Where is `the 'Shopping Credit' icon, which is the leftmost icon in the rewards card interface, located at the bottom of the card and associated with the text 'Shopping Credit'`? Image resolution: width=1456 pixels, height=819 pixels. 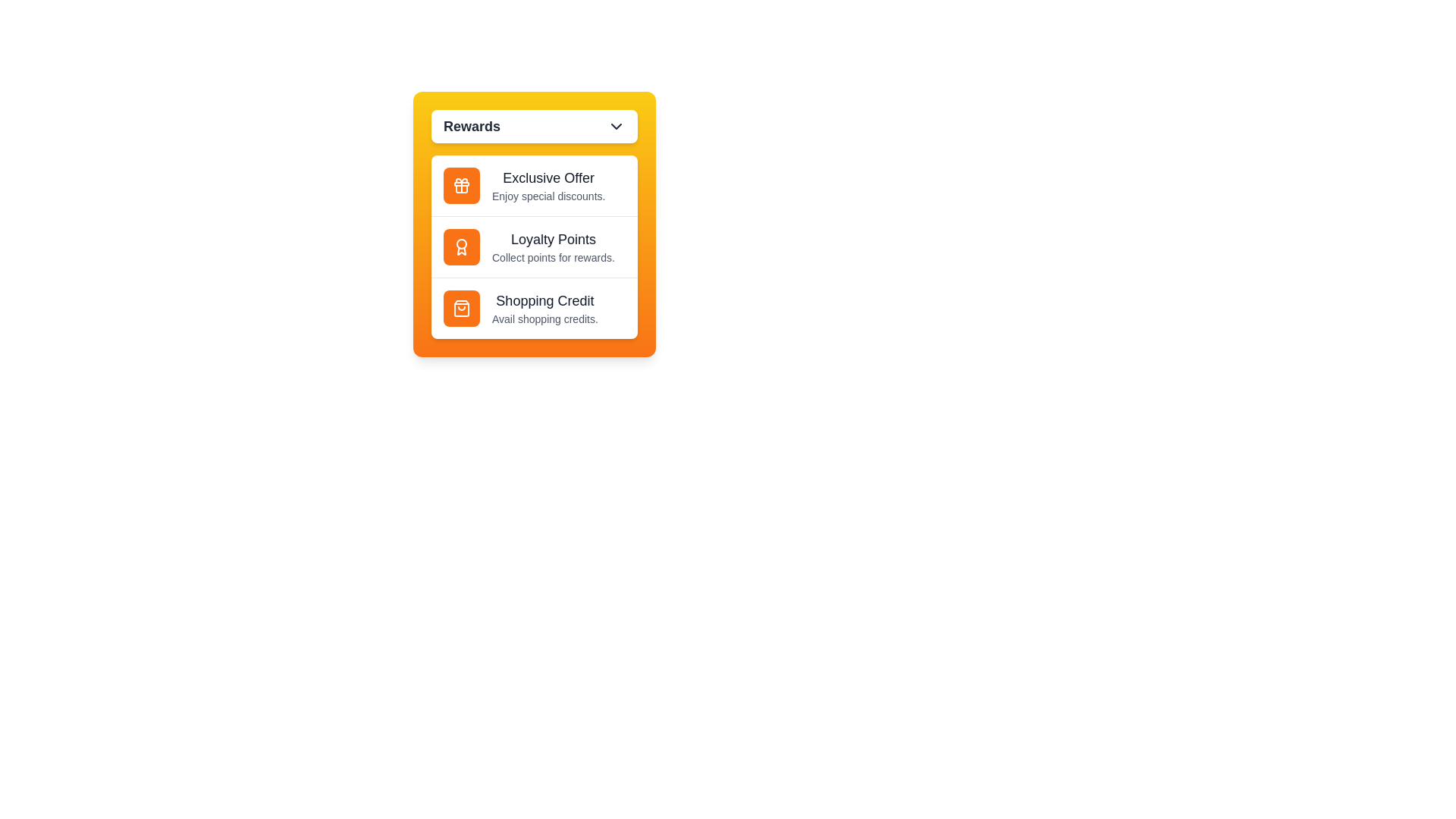 the 'Shopping Credit' icon, which is the leftmost icon in the rewards card interface, located at the bottom of the card and associated with the text 'Shopping Credit' is located at coordinates (461, 308).